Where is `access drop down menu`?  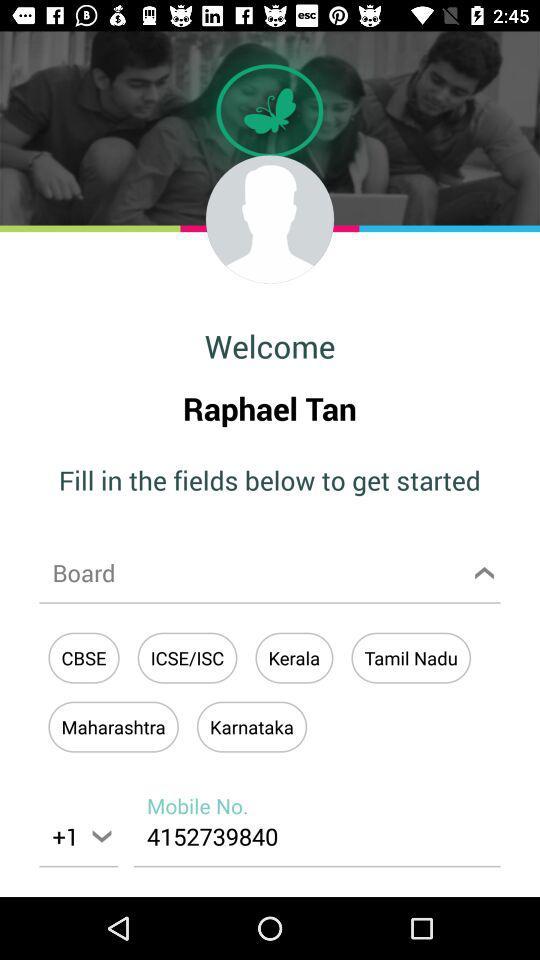 access drop down menu is located at coordinates (270, 572).